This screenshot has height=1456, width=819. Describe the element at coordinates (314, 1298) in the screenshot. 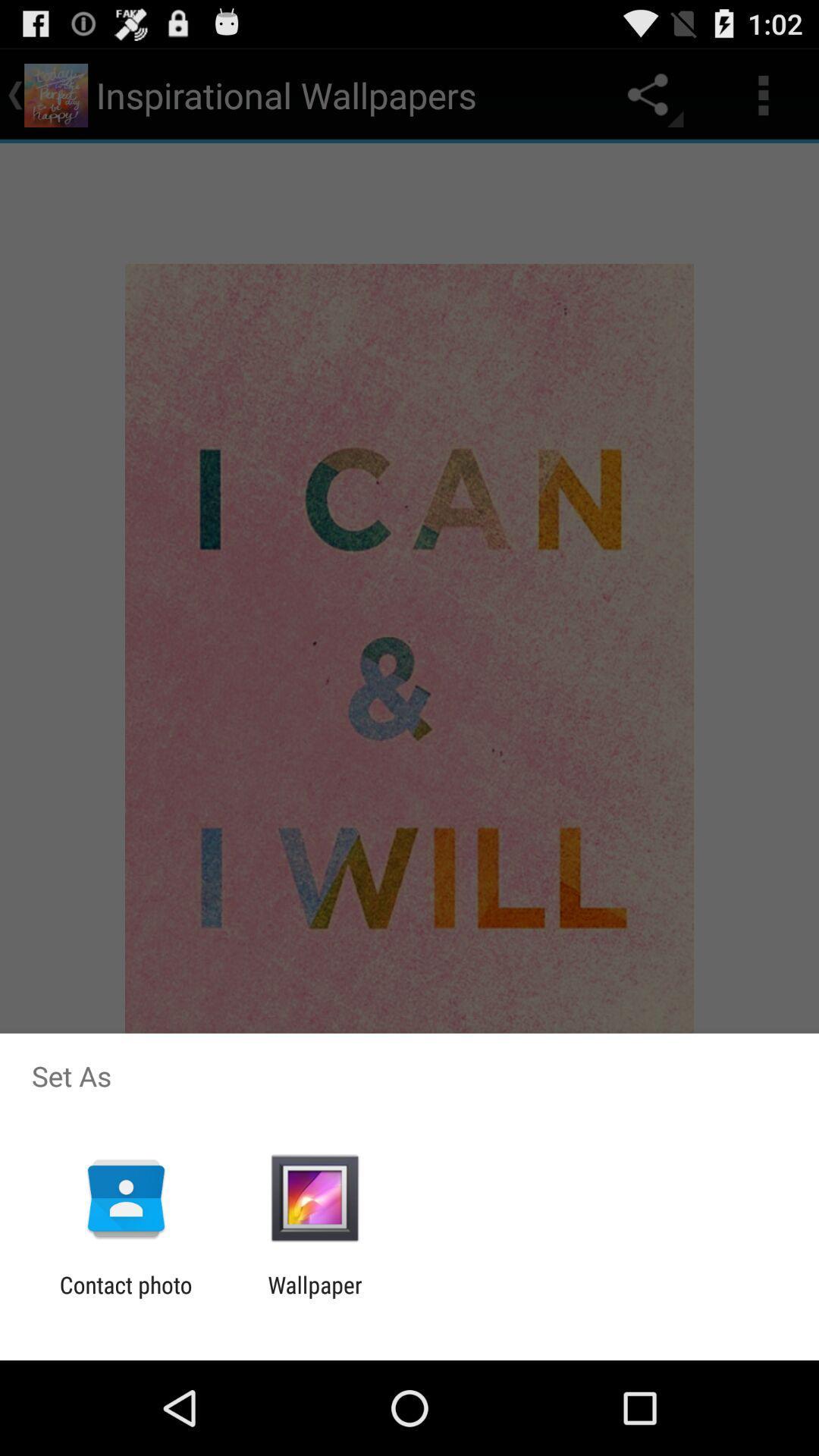

I see `icon next to the contact photo icon` at that location.